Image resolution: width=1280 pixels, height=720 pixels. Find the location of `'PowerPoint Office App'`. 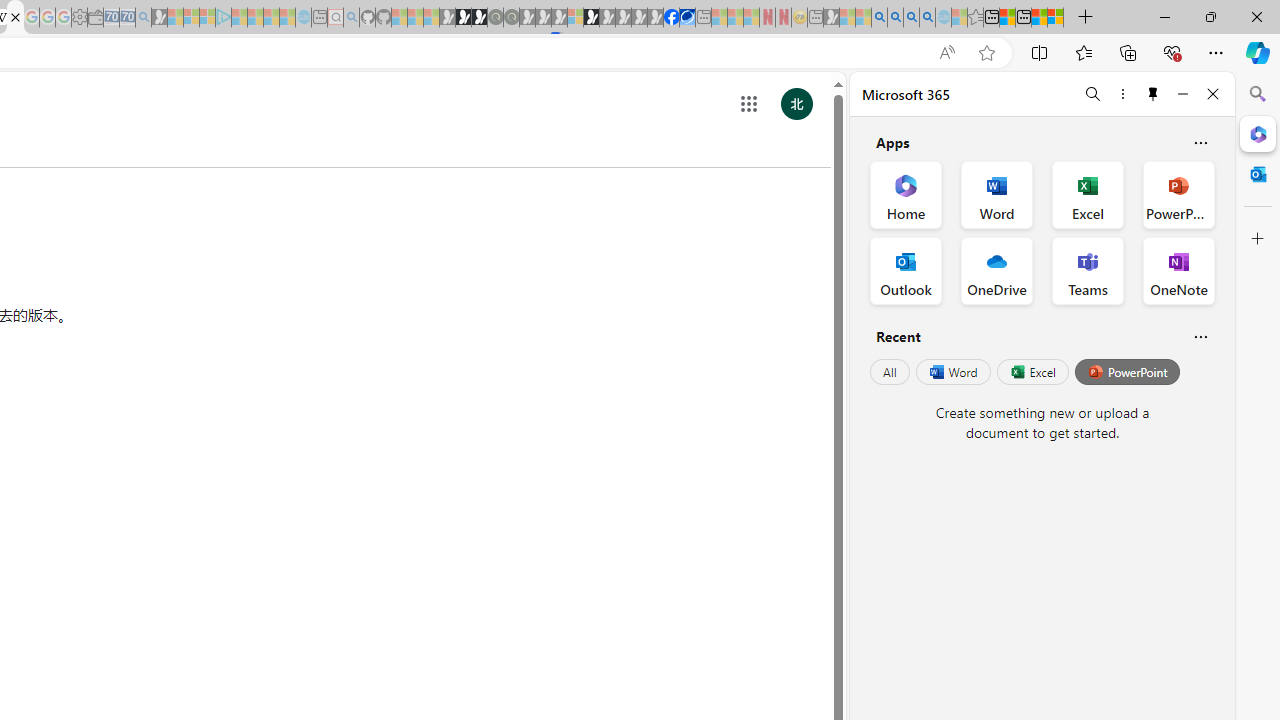

'PowerPoint Office App' is located at coordinates (1178, 195).